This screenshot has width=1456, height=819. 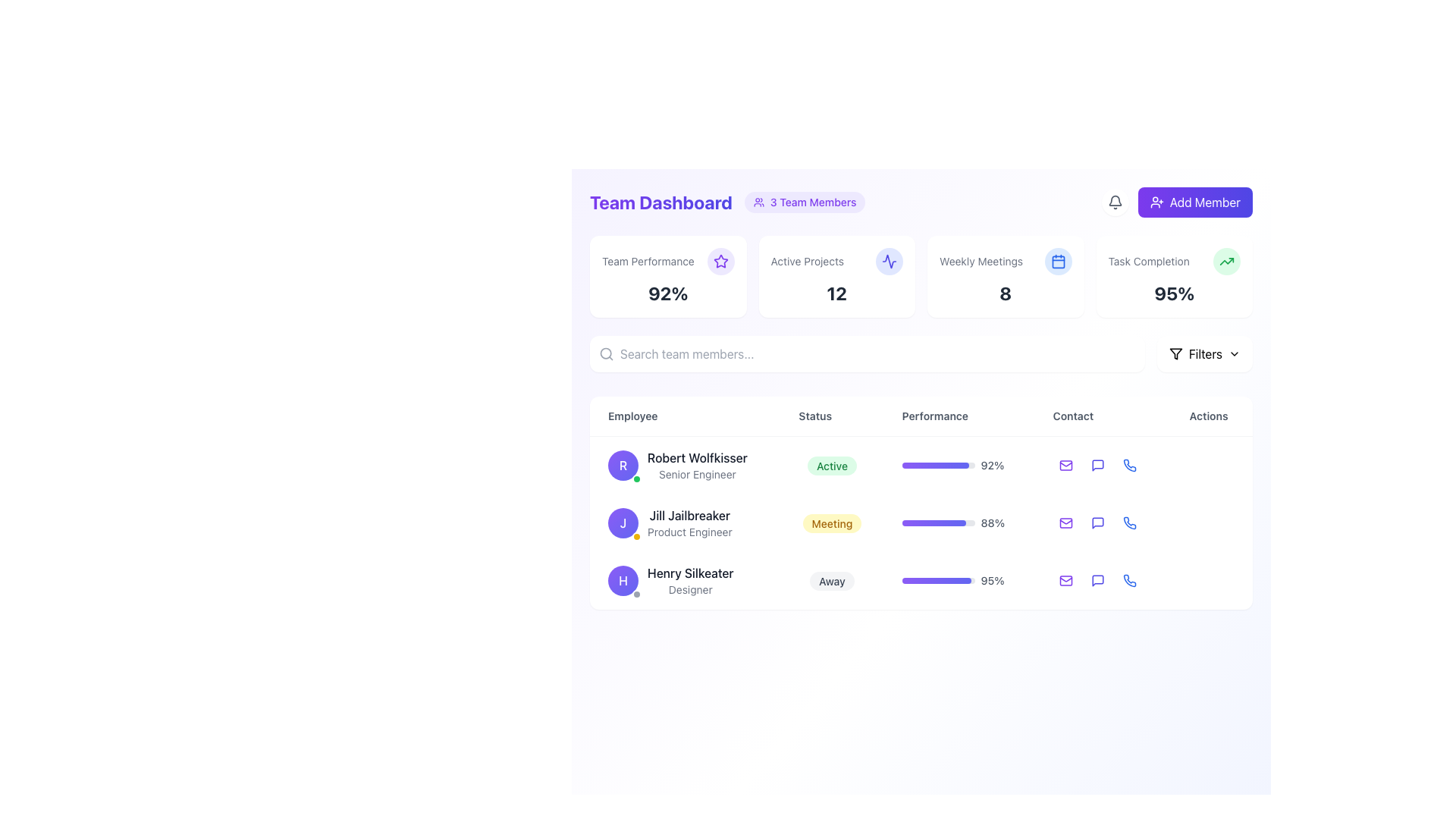 I want to click on the Interactive icon located in the second row under the 'Contact' column in the 'Actions' section to initiate a phone call, so click(x=1129, y=522).